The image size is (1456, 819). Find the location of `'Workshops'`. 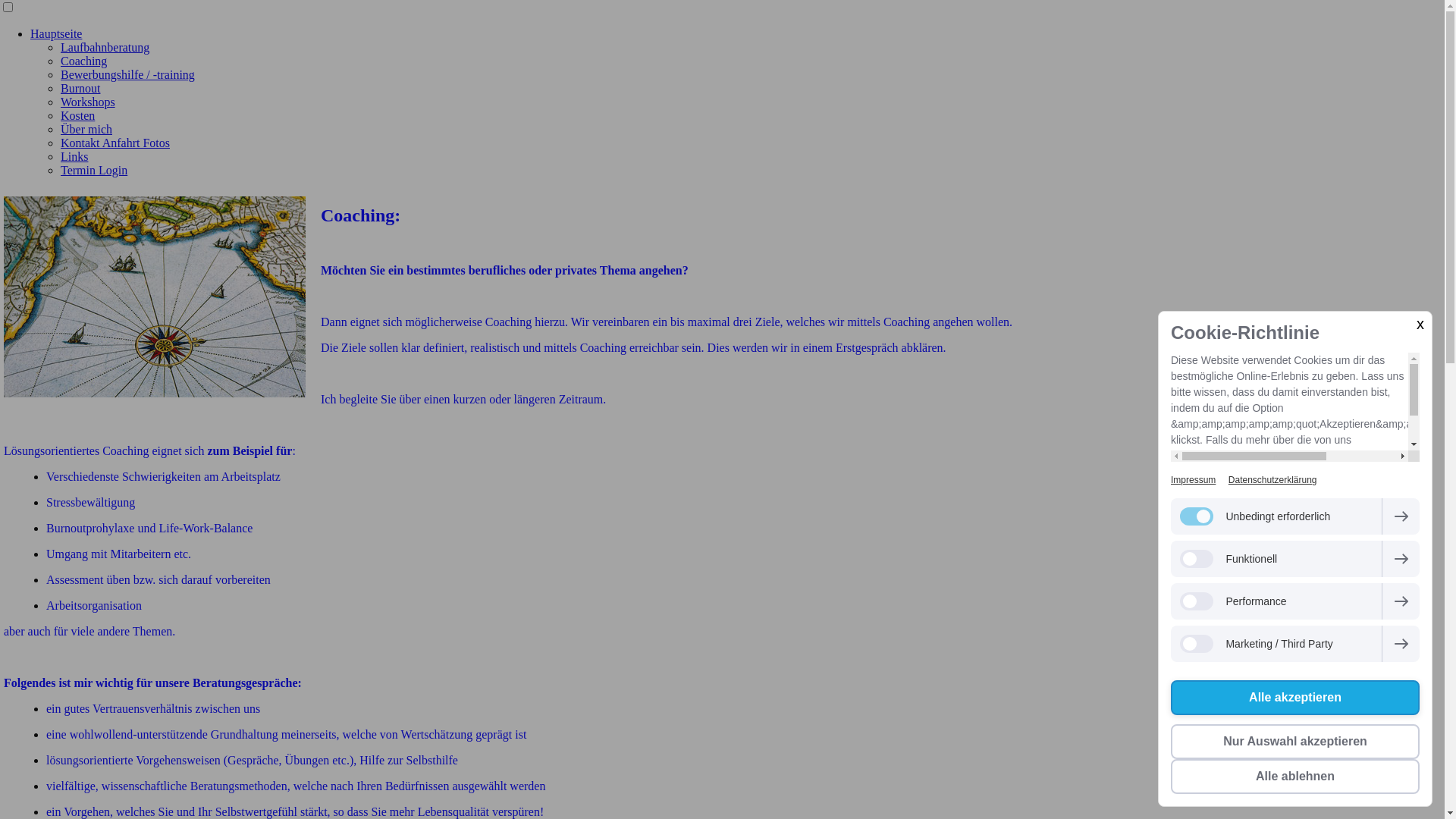

'Workshops' is located at coordinates (86, 102).